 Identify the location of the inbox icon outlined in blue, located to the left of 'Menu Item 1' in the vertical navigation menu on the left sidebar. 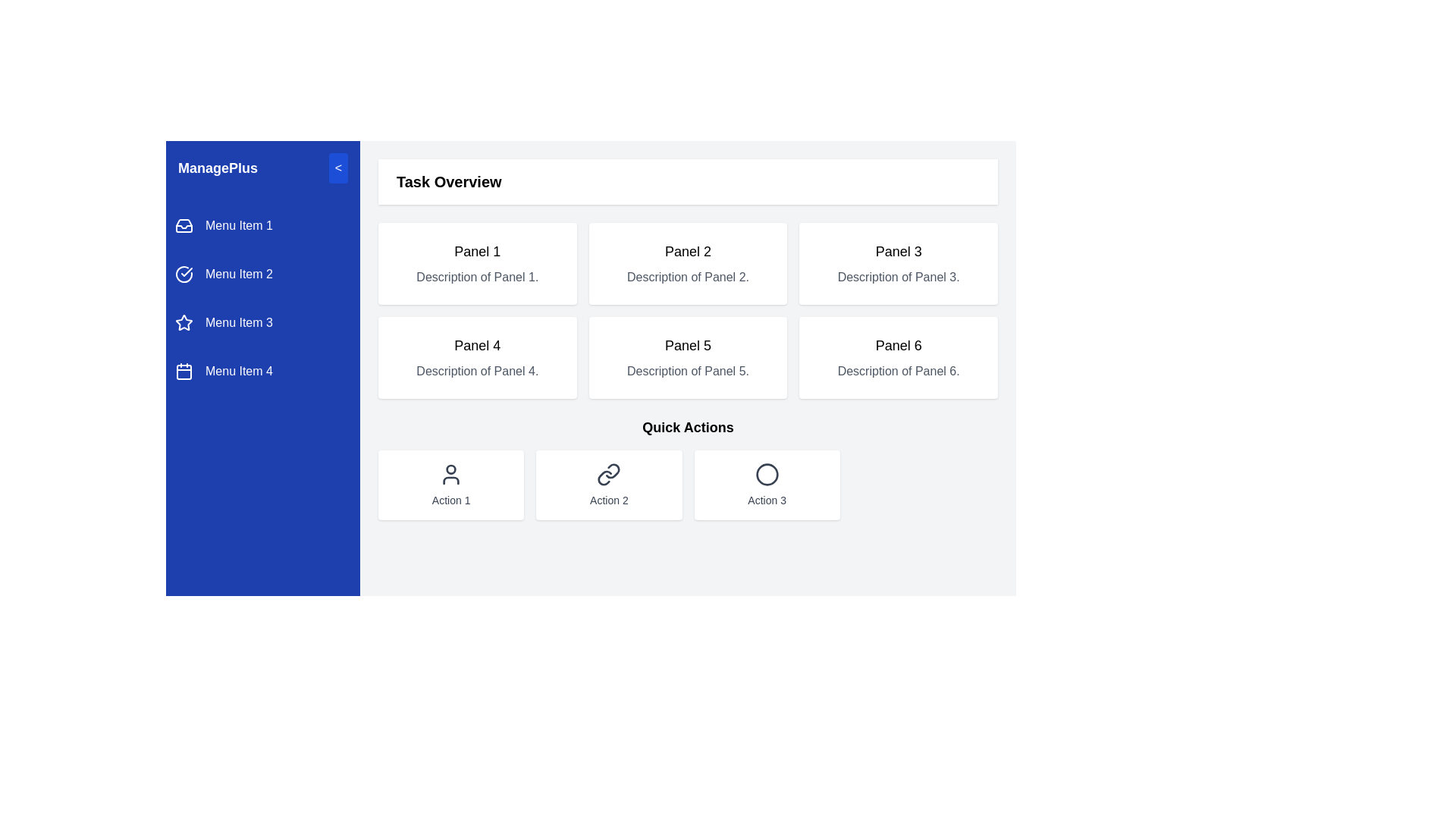
(184, 225).